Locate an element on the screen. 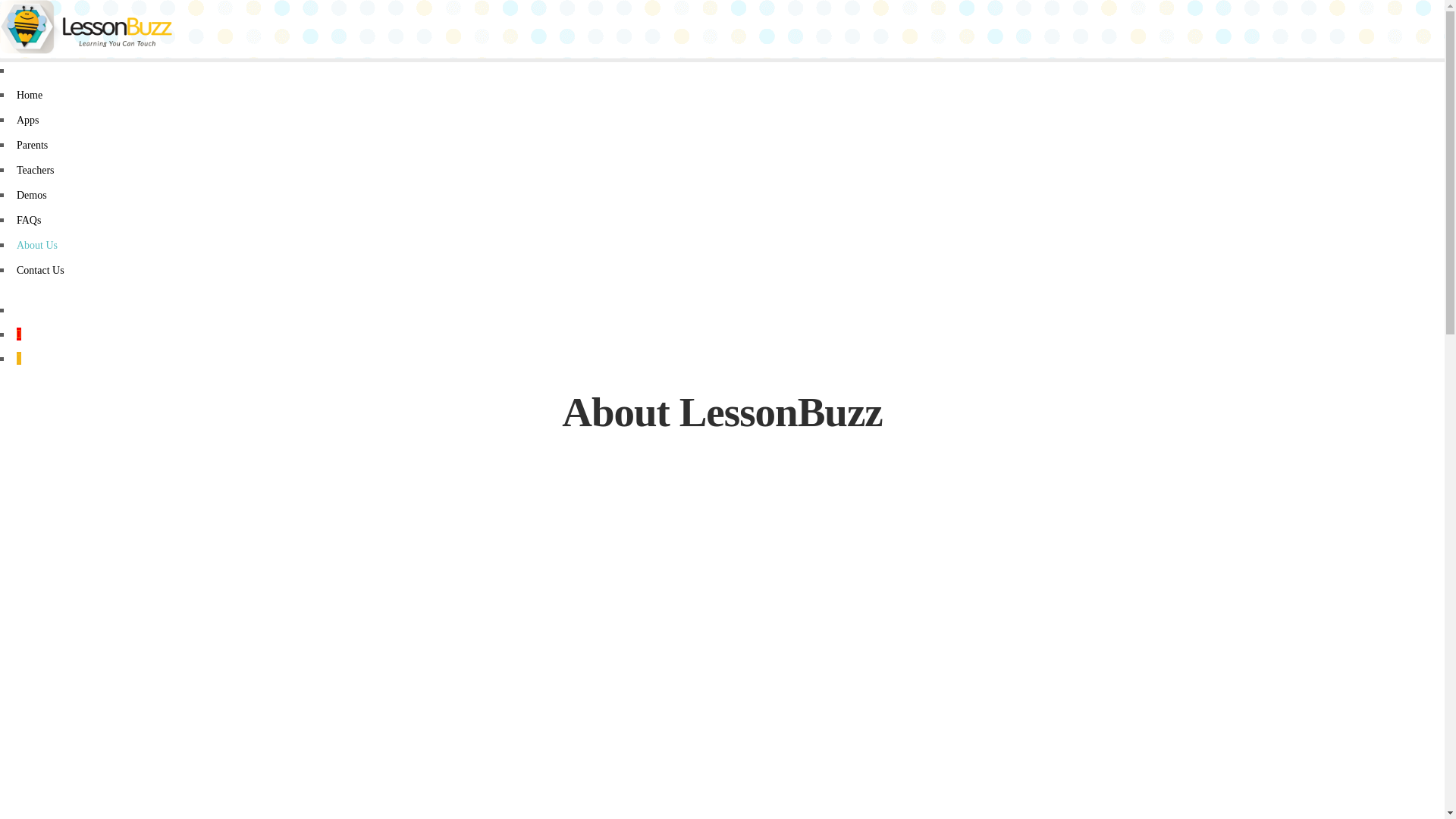  'Contact Us' is located at coordinates (40, 269).